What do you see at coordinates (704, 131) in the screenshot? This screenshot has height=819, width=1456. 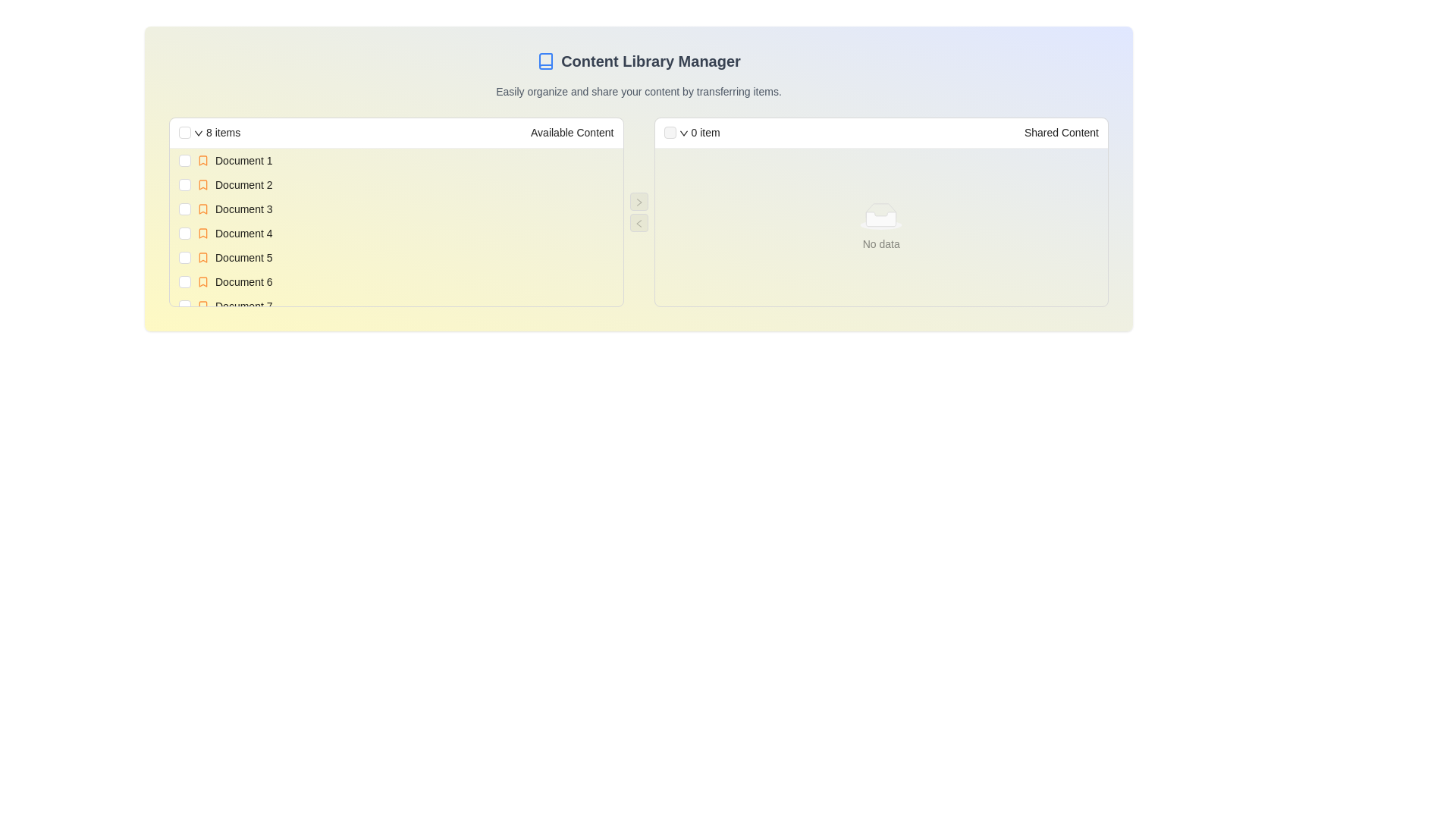 I see `the informational Text label indicating the count of items in the 'Shared Content' section, located in the header of the panel to the right of the dropdown icon and checkbox` at bounding box center [704, 131].